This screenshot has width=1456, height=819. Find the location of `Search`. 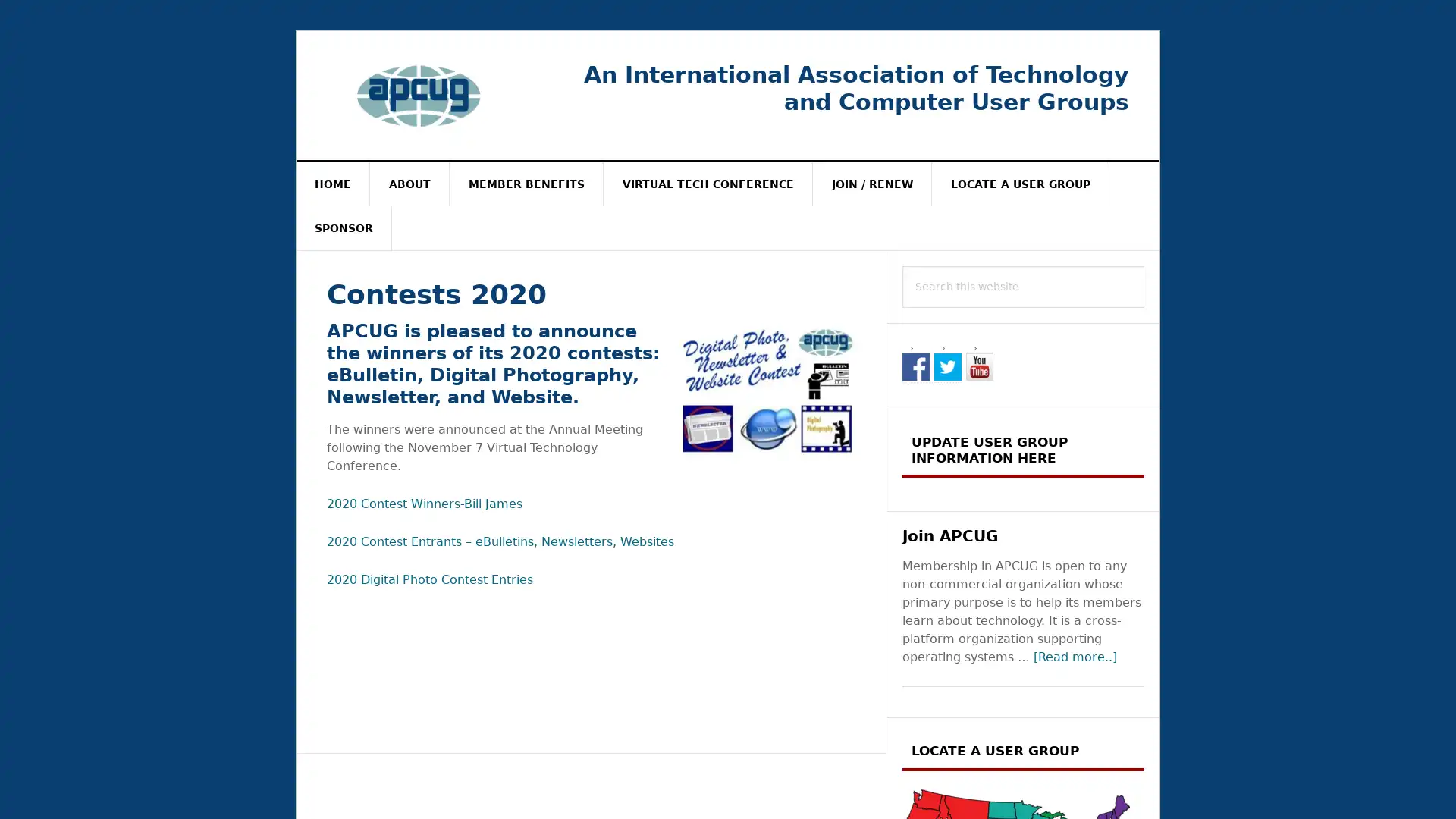

Search is located at coordinates (1144, 265).